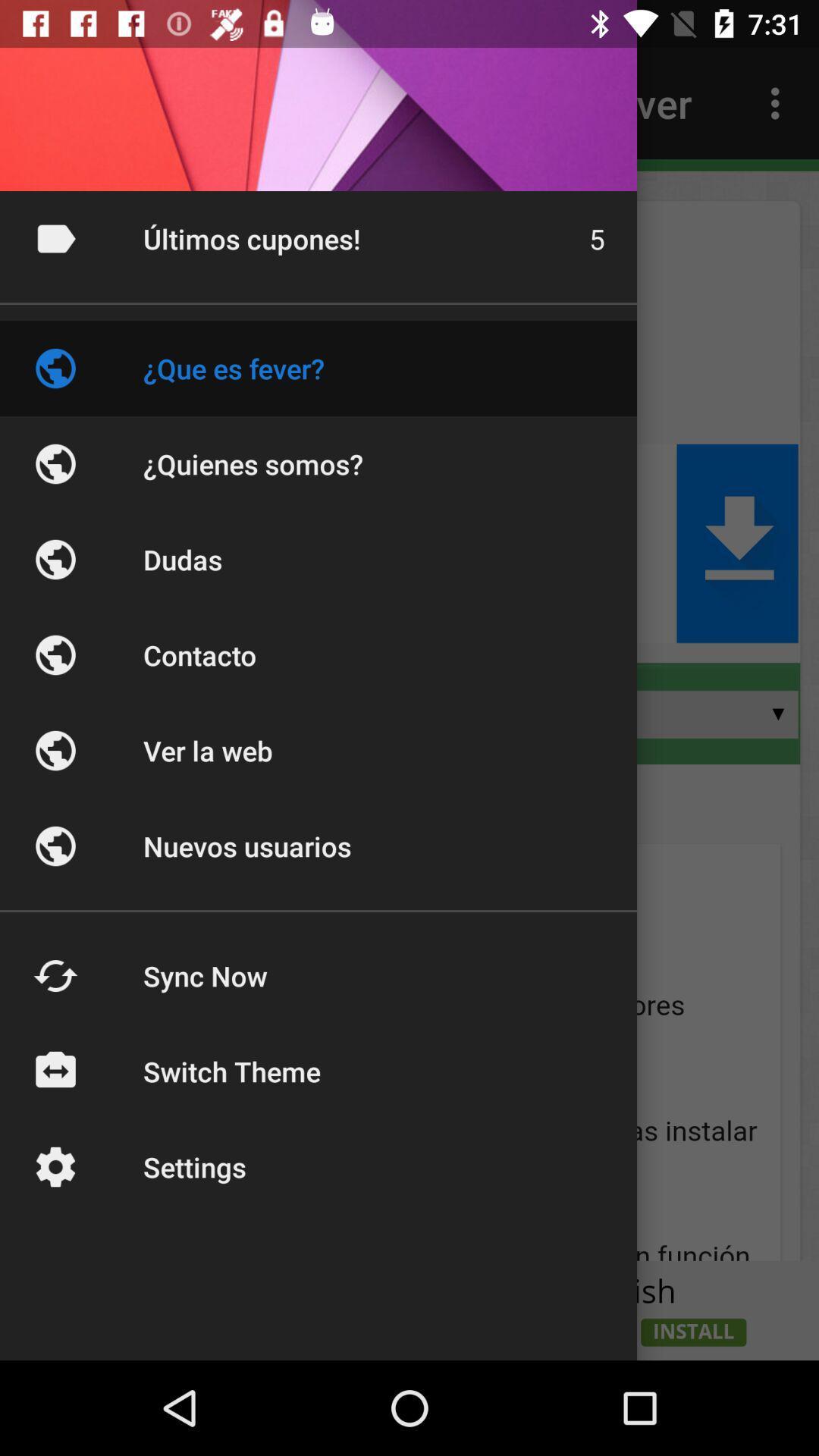 The width and height of the screenshot is (819, 1456). I want to click on icon left to text sync now, so click(55, 975).